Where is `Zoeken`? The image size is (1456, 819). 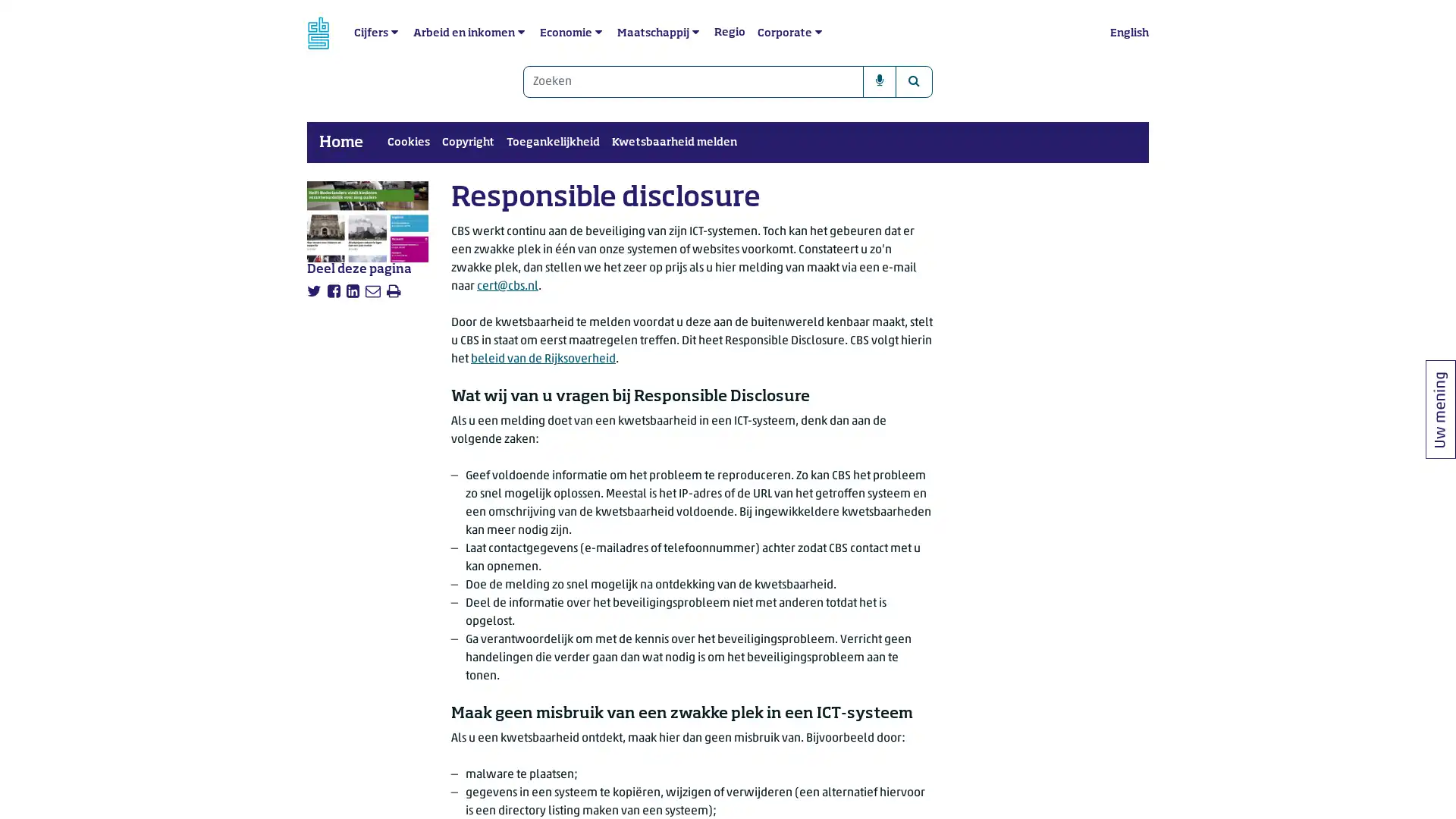
Zoeken is located at coordinates (913, 82).